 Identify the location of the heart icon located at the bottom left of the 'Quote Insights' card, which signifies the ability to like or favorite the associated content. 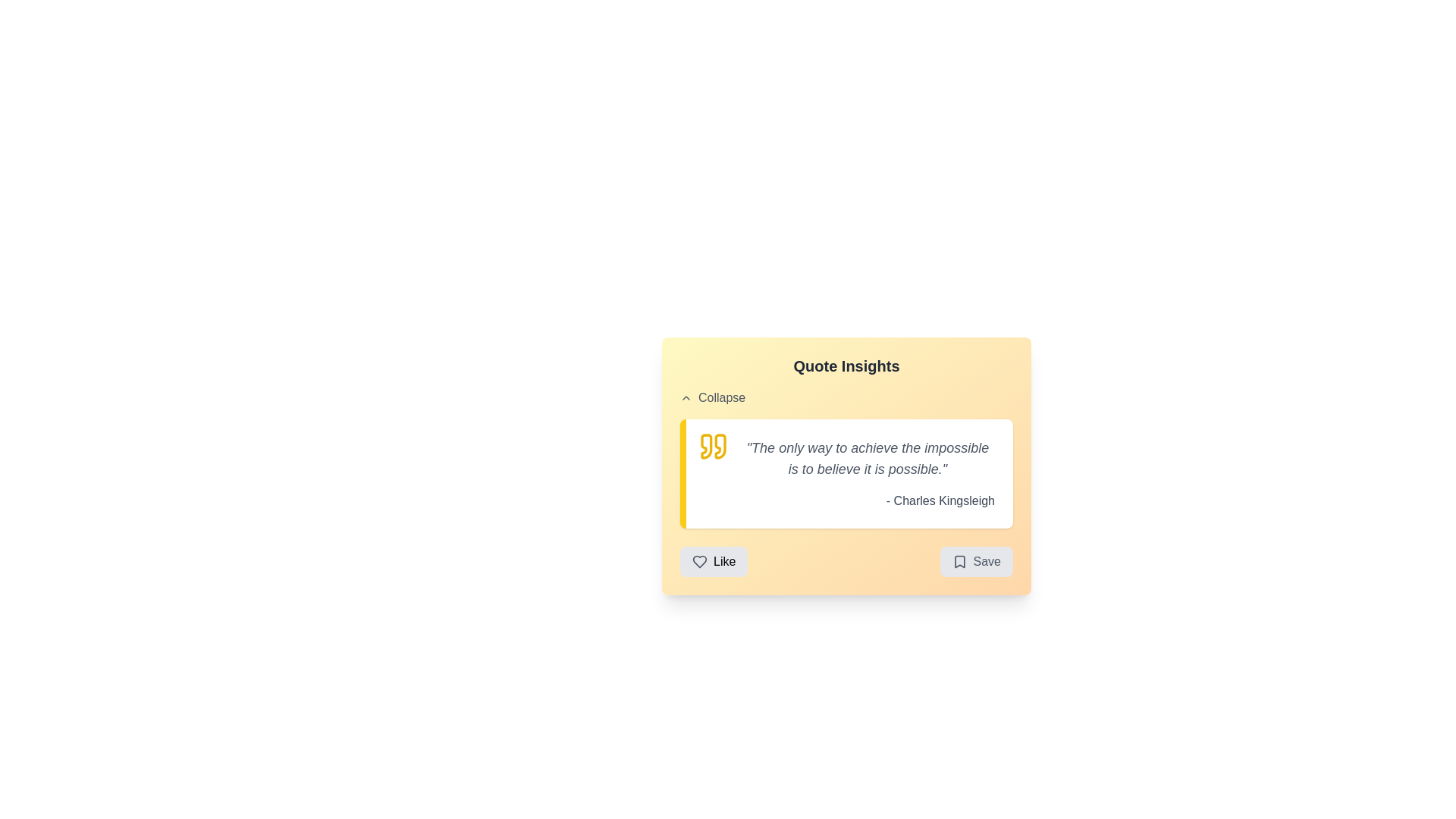
(698, 561).